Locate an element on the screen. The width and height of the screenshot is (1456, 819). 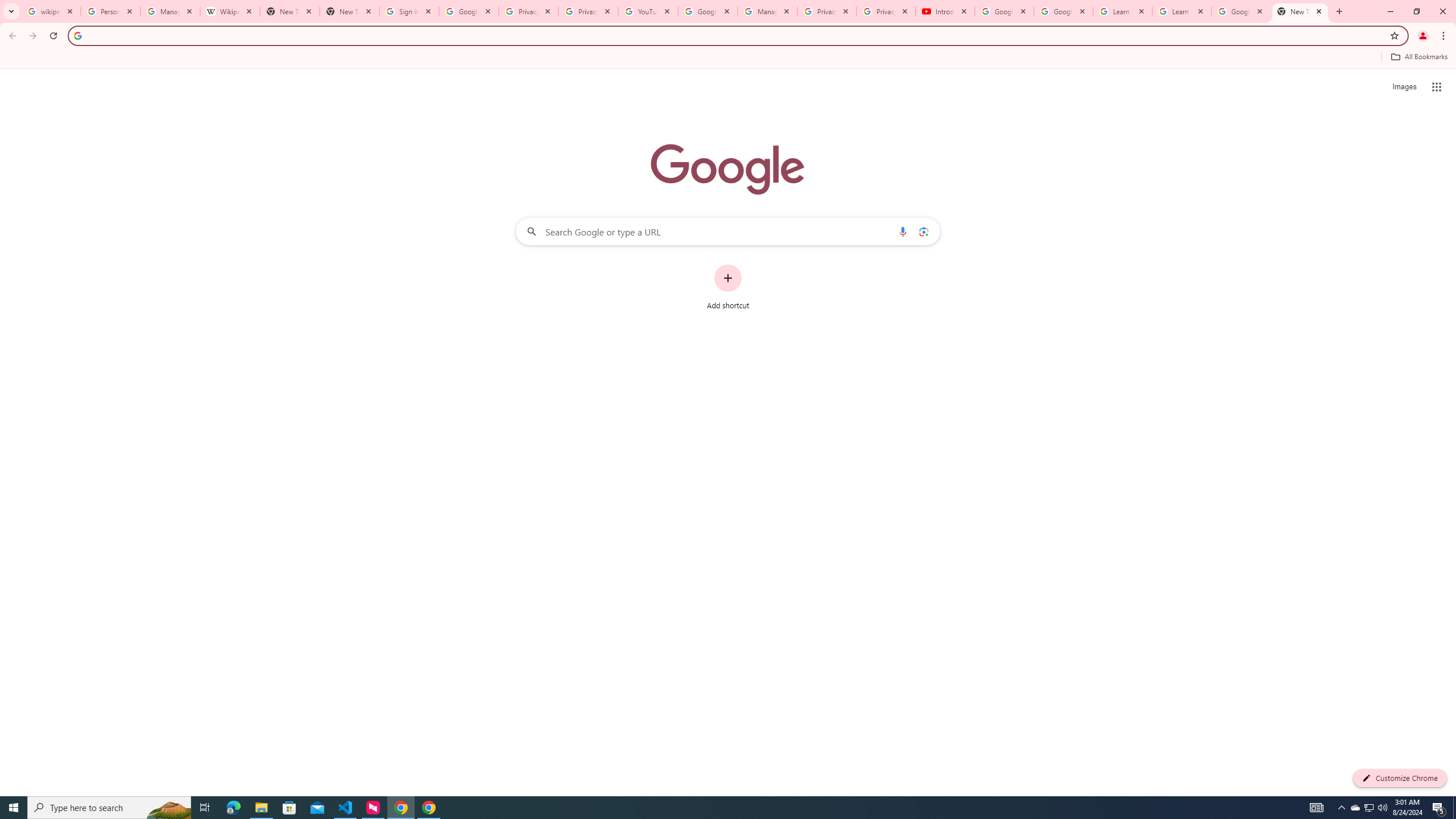
'Introduction | Google Privacy Policy - YouTube' is located at coordinates (944, 11).